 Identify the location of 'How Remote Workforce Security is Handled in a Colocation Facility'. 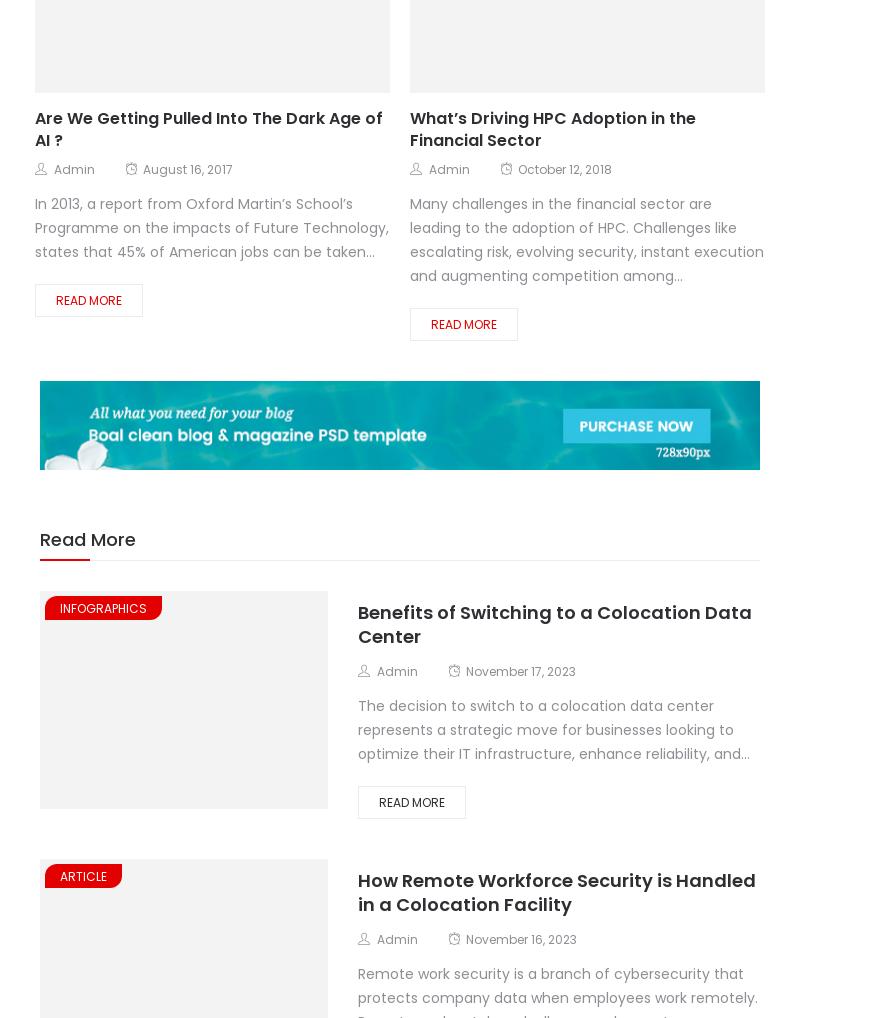
(556, 891).